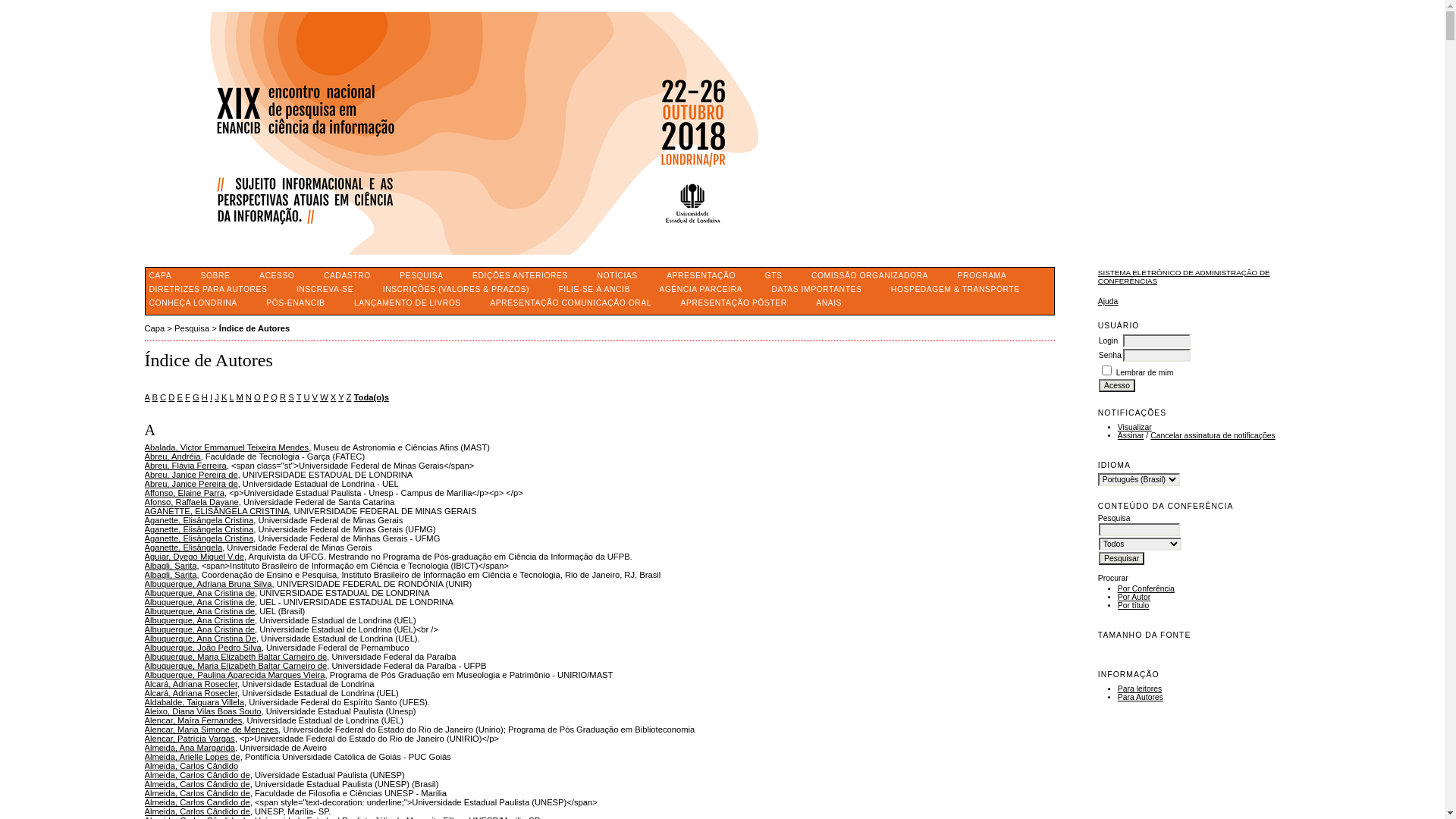 The width and height of the screenshot is (1456, 819). Describe the element at coordinates (323, 397) in the screenshot. I see `'W'` at that location.